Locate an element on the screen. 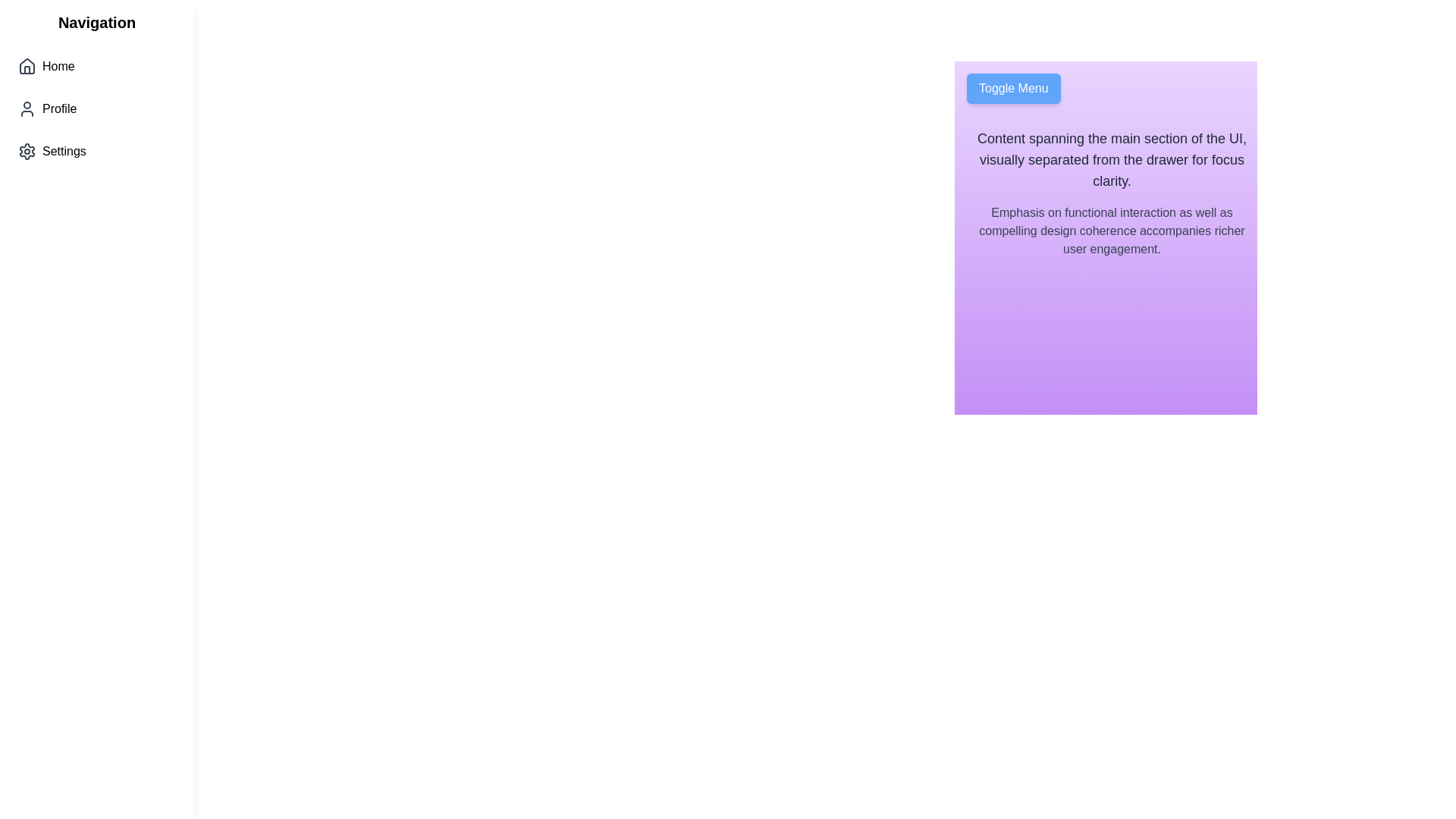  house-shaped icon in the left navigation menu, which is rendered in dark gray and is positioned to the left of the 'Home' label is located at coordinates (27, 66).